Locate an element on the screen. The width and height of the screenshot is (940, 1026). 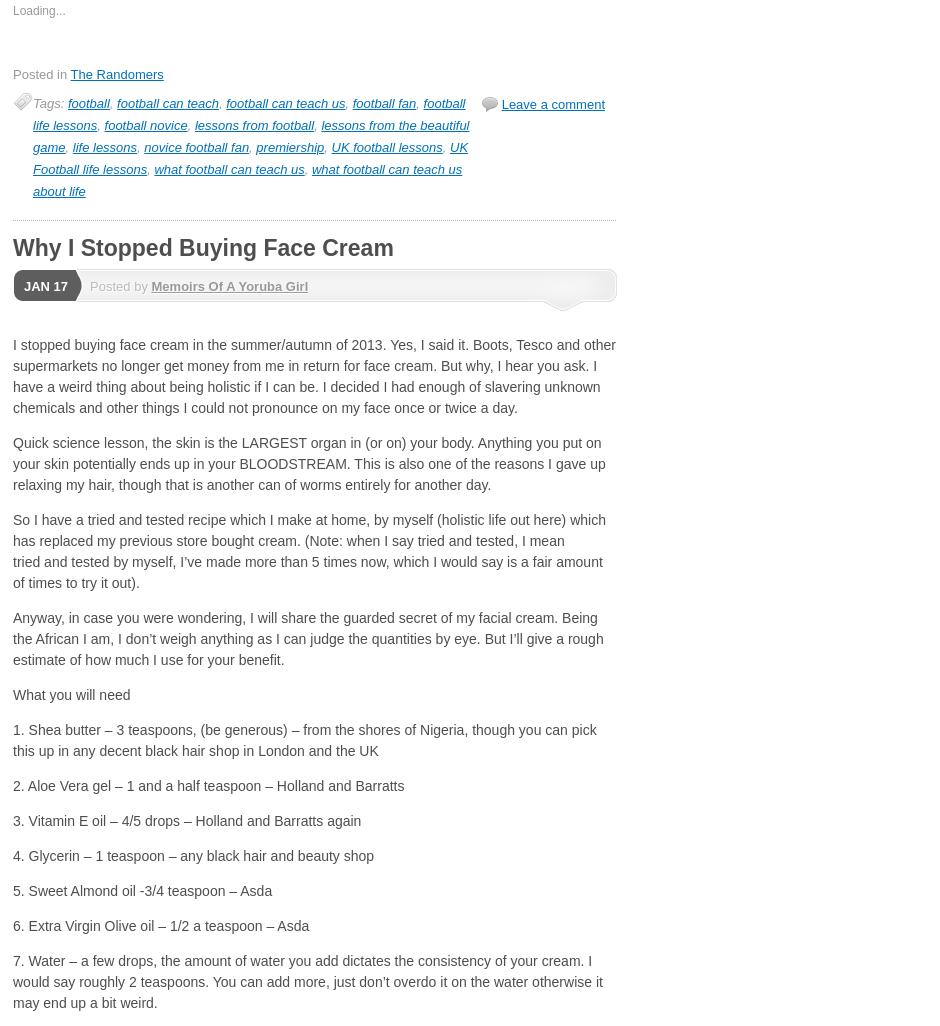
'lessons from the beautiful game' is located at coordinates (250, 135).